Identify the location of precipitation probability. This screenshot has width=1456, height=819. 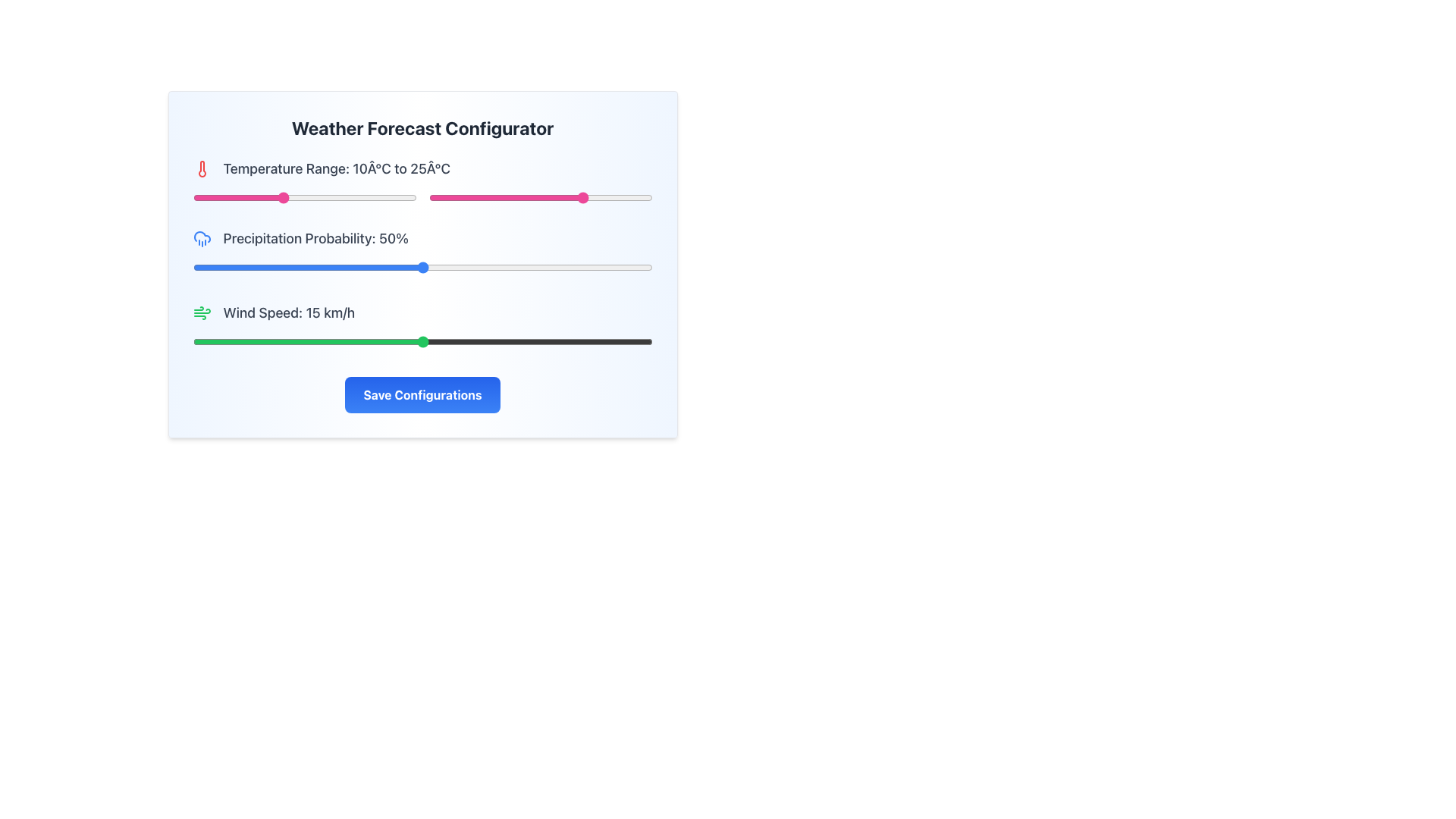
(519, 267).